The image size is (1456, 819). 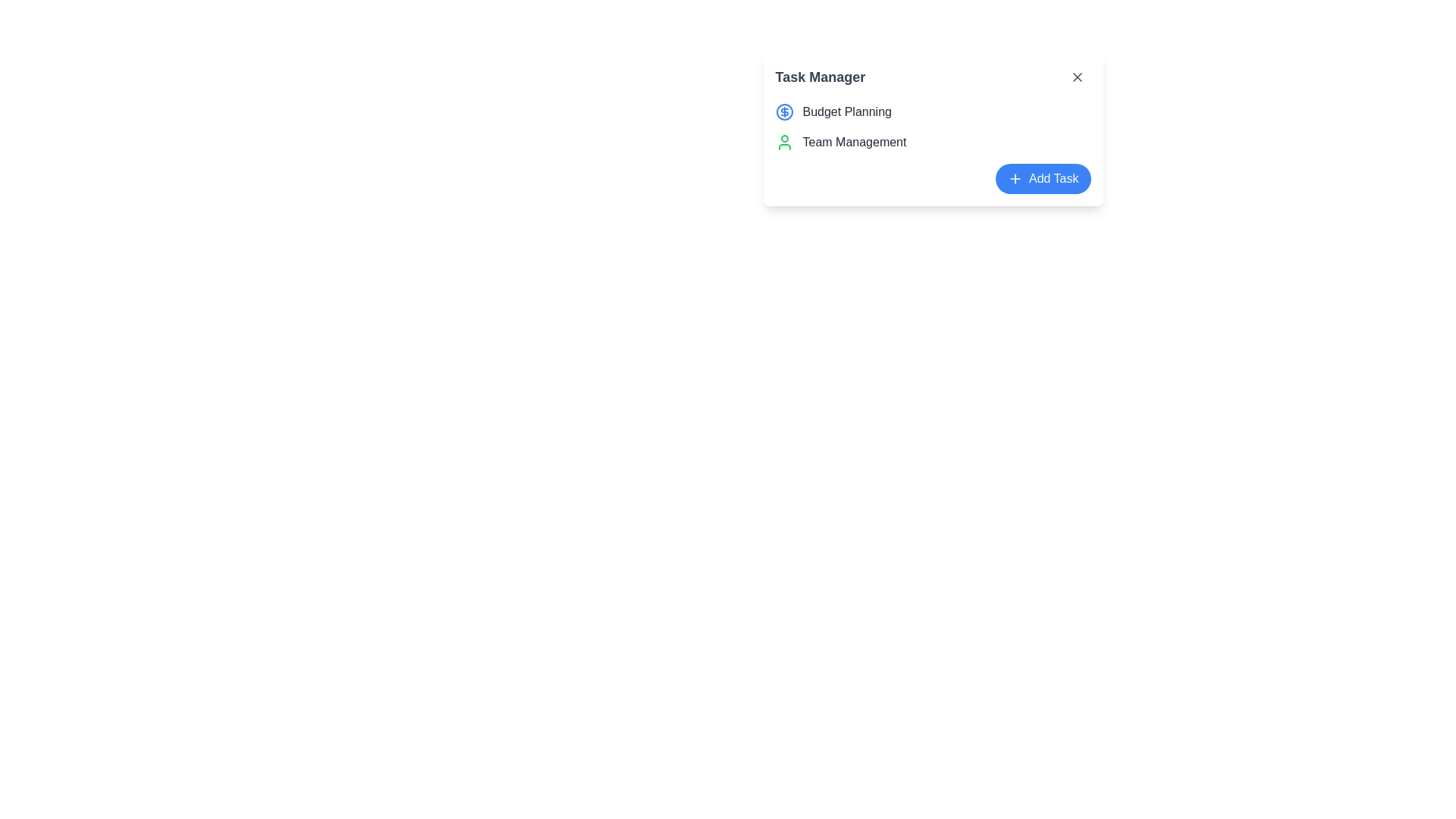 What do you see at coordinates (846, 111) in the screenshot?
I see `the Text Label that represents a task or category in the task manager interface, located to the right of the dollar sign icon` at bounding box center [846, 111].